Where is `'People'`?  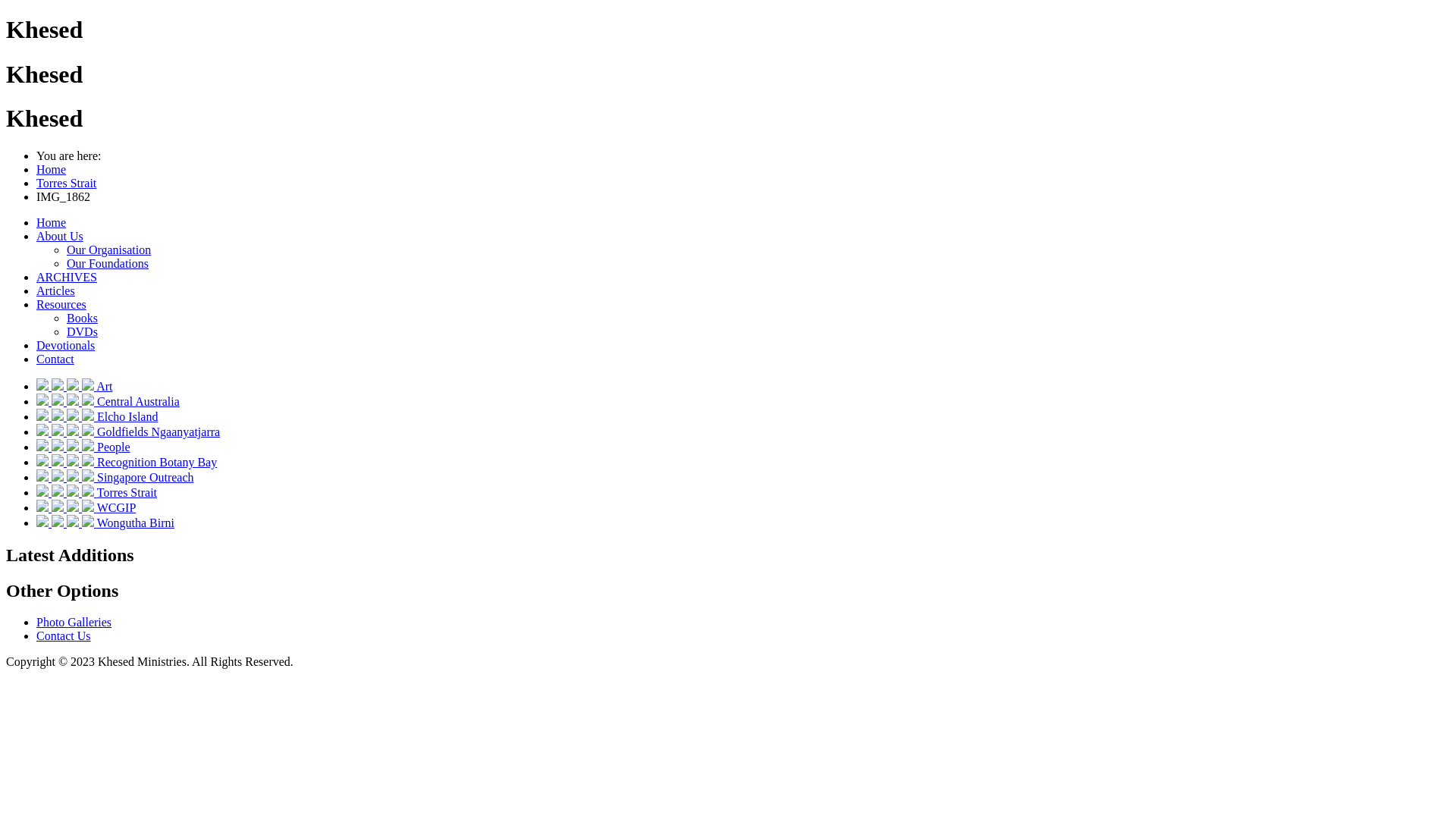
'People' is located at coordinates (112, 446).